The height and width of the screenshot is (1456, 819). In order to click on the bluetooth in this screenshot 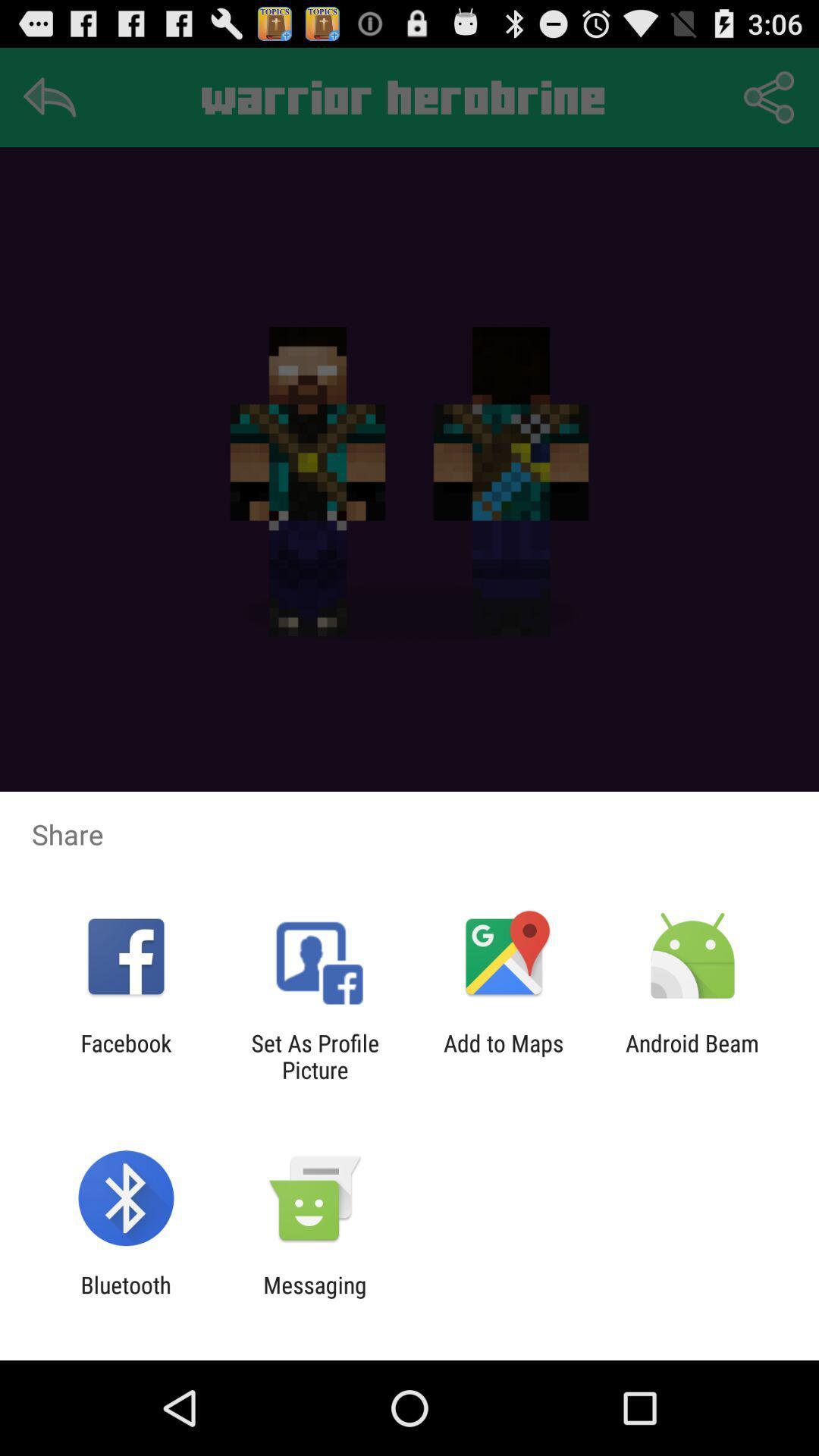, I will do `click(125, 1298)`.